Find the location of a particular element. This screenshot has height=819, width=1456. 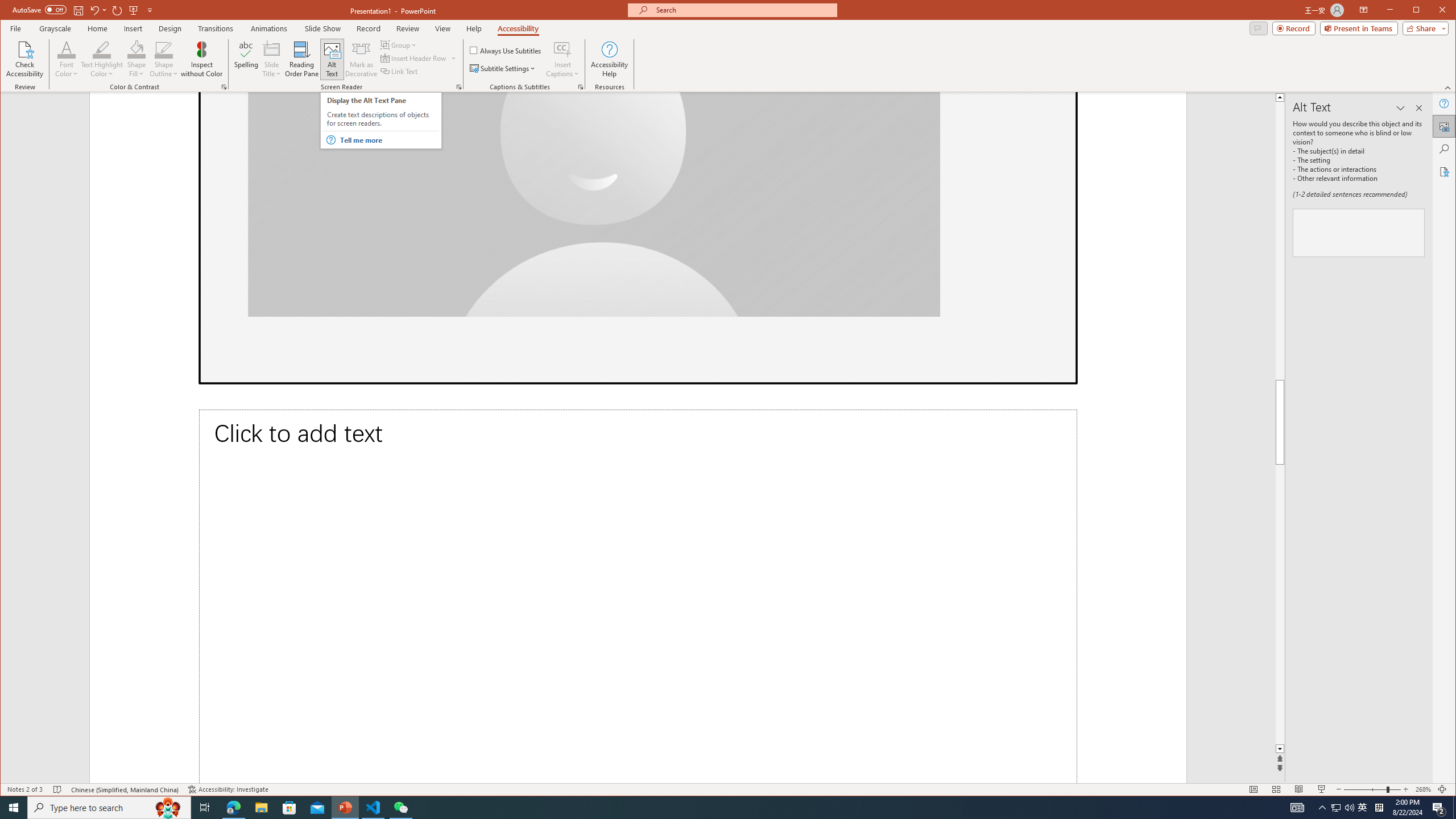

'Screen Reader' is located at coordinates (458, 87).